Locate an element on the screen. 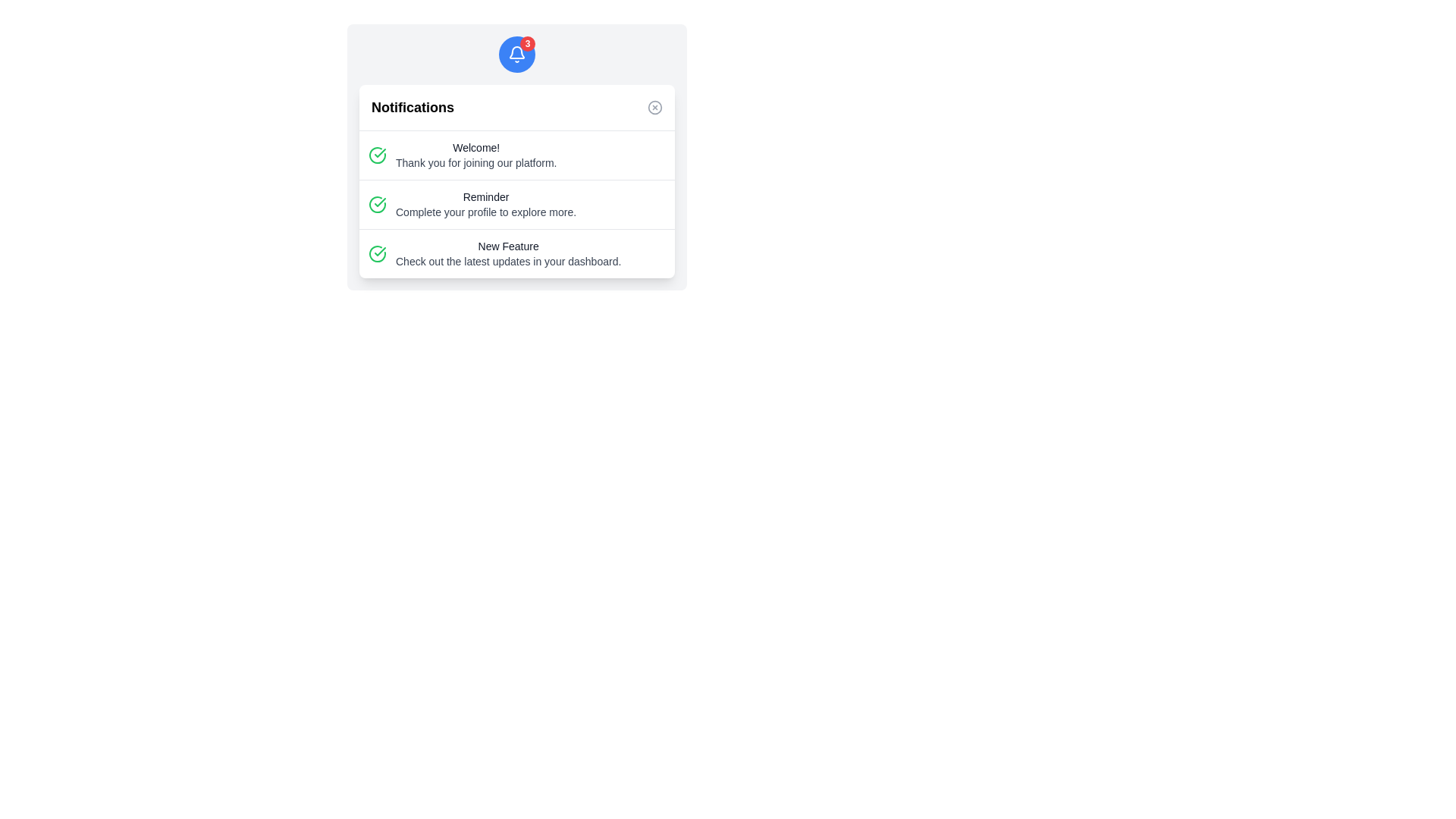 This screenshot has height=819, width=1456. the success icon located to the left of the 'Welcome!' heading text in the first notification is located at coordinates (378, 155).